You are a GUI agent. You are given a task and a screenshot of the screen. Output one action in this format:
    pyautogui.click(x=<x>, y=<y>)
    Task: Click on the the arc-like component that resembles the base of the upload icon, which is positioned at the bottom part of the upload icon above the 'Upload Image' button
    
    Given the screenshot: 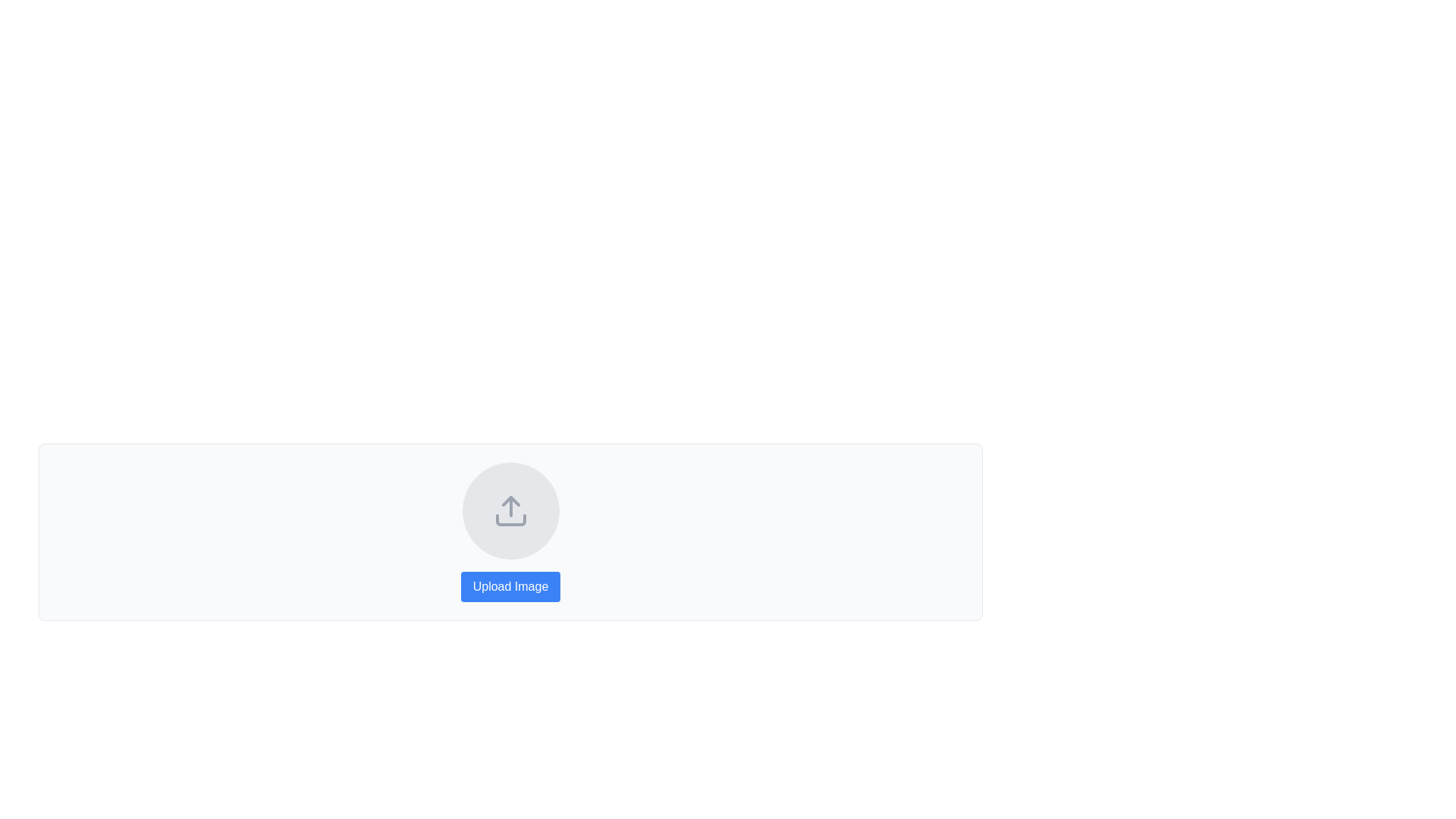 What is the action you would take?
    pyautogui.click(x=510, y=519)
    